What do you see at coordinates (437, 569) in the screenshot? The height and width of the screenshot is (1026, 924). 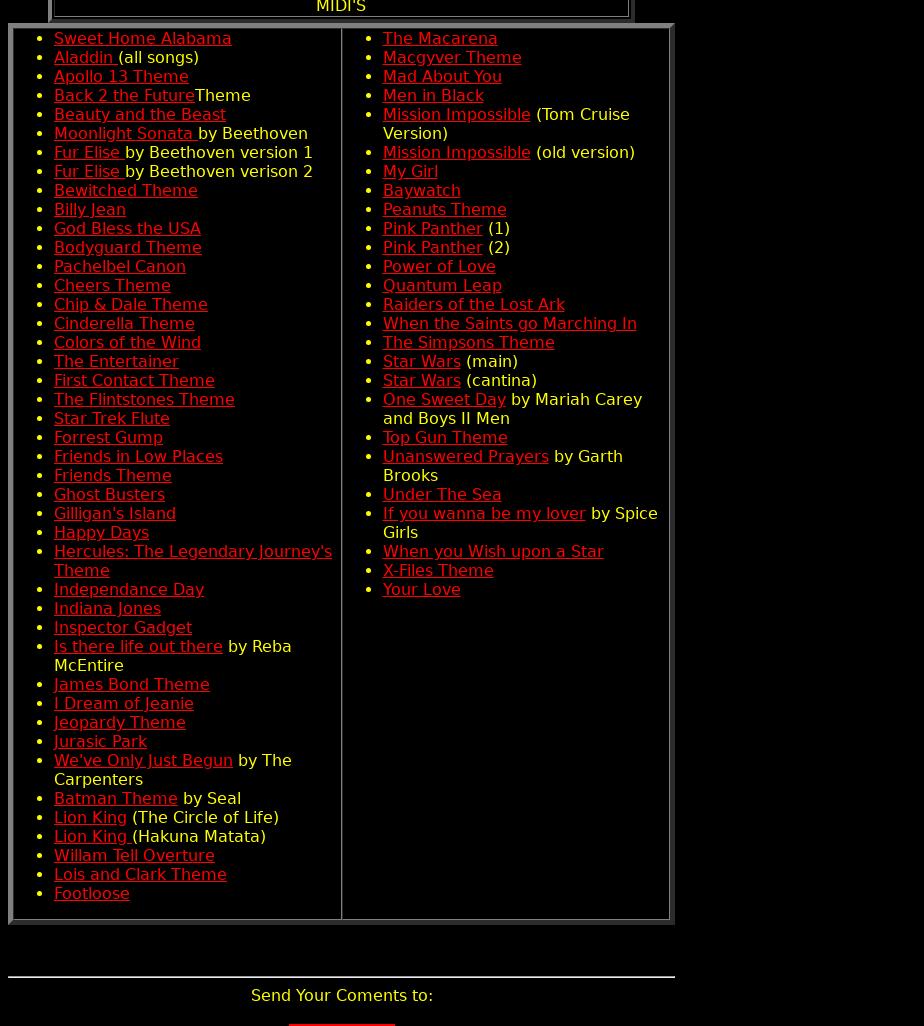 I see `'X-Files Theme'` at bounding box center [437, 569].